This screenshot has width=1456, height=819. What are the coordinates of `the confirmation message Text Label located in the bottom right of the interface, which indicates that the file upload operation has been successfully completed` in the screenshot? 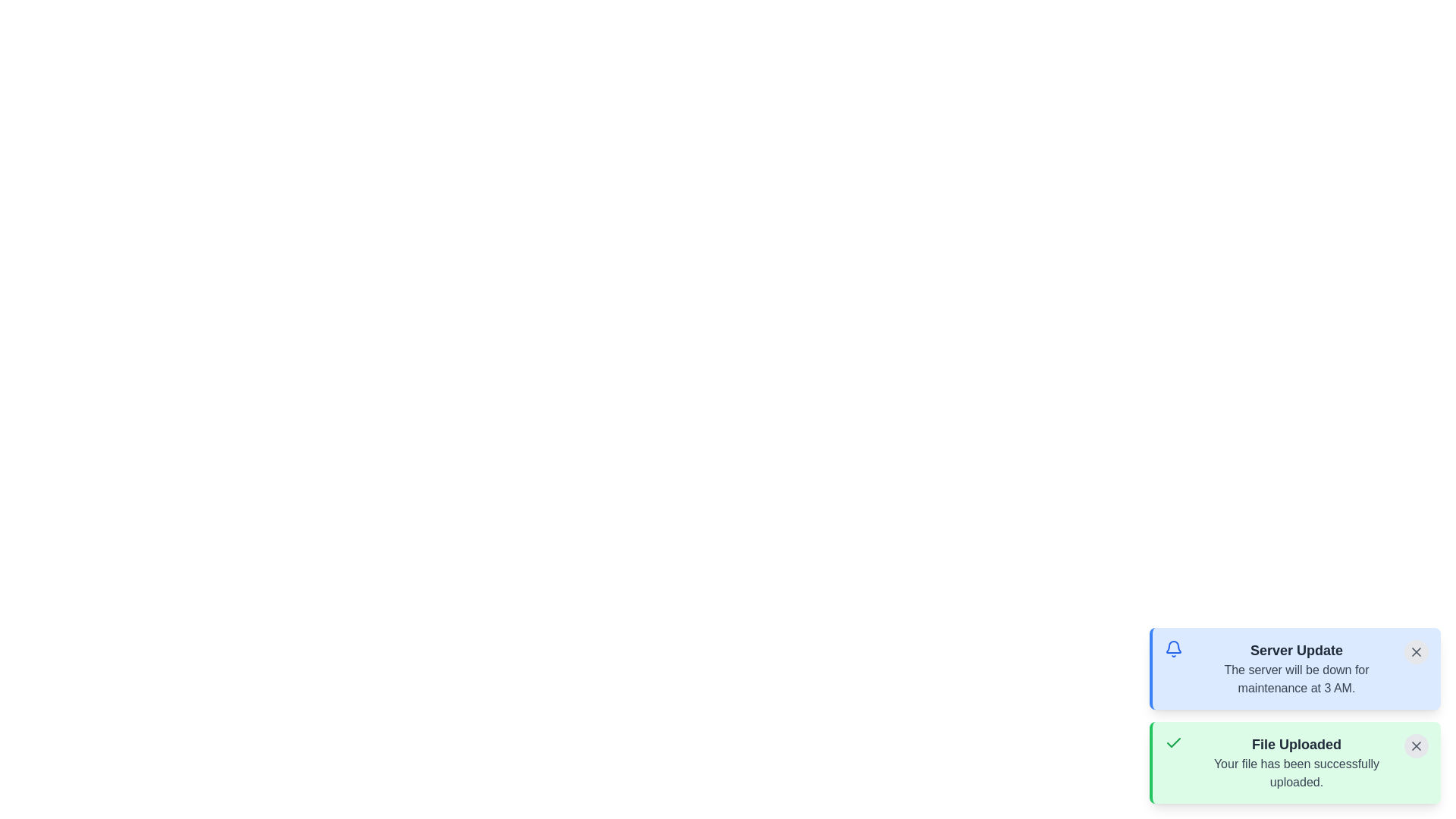 It's located at (1295, 773).